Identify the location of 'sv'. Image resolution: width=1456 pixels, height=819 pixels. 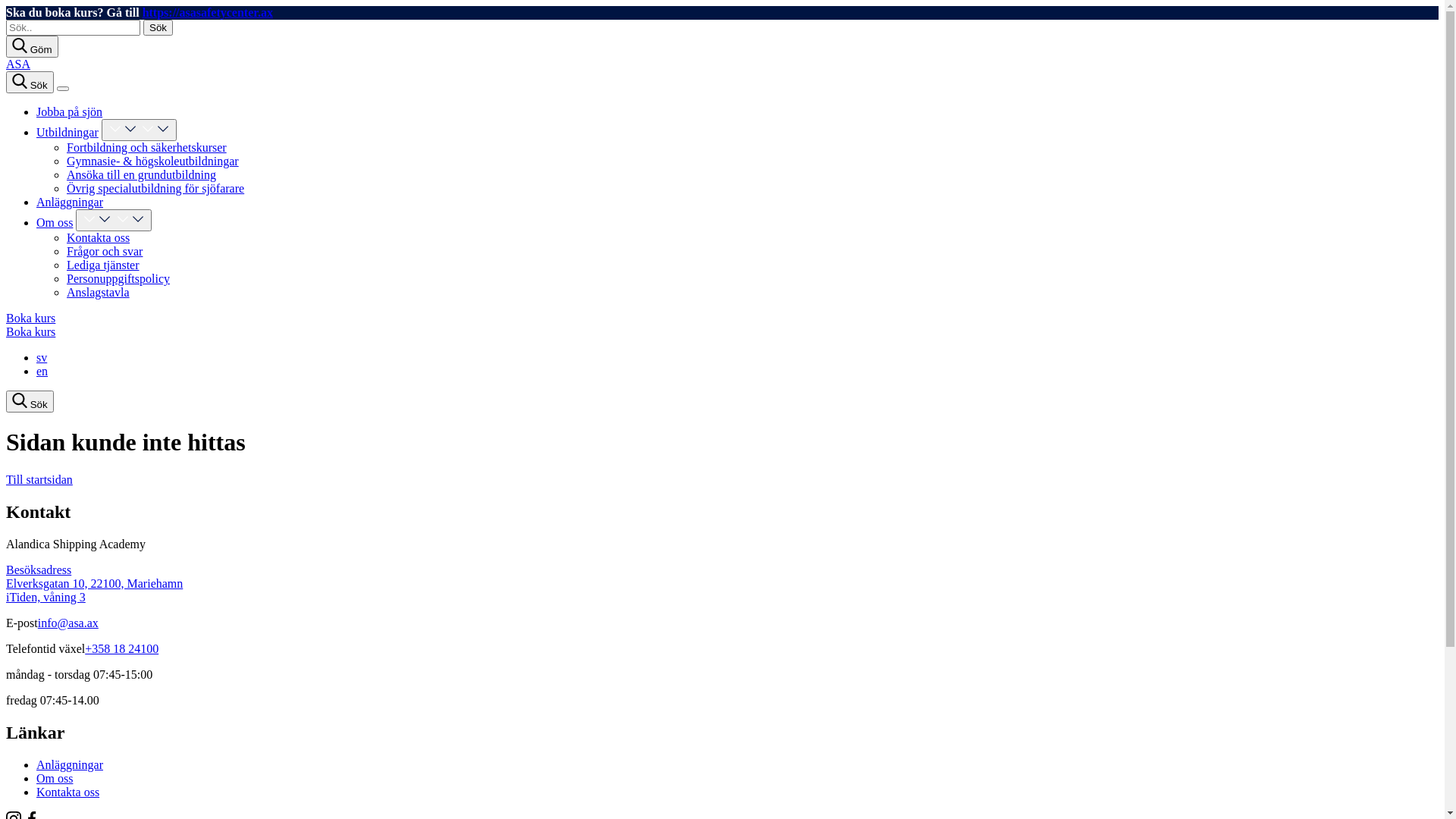
(41, 357).